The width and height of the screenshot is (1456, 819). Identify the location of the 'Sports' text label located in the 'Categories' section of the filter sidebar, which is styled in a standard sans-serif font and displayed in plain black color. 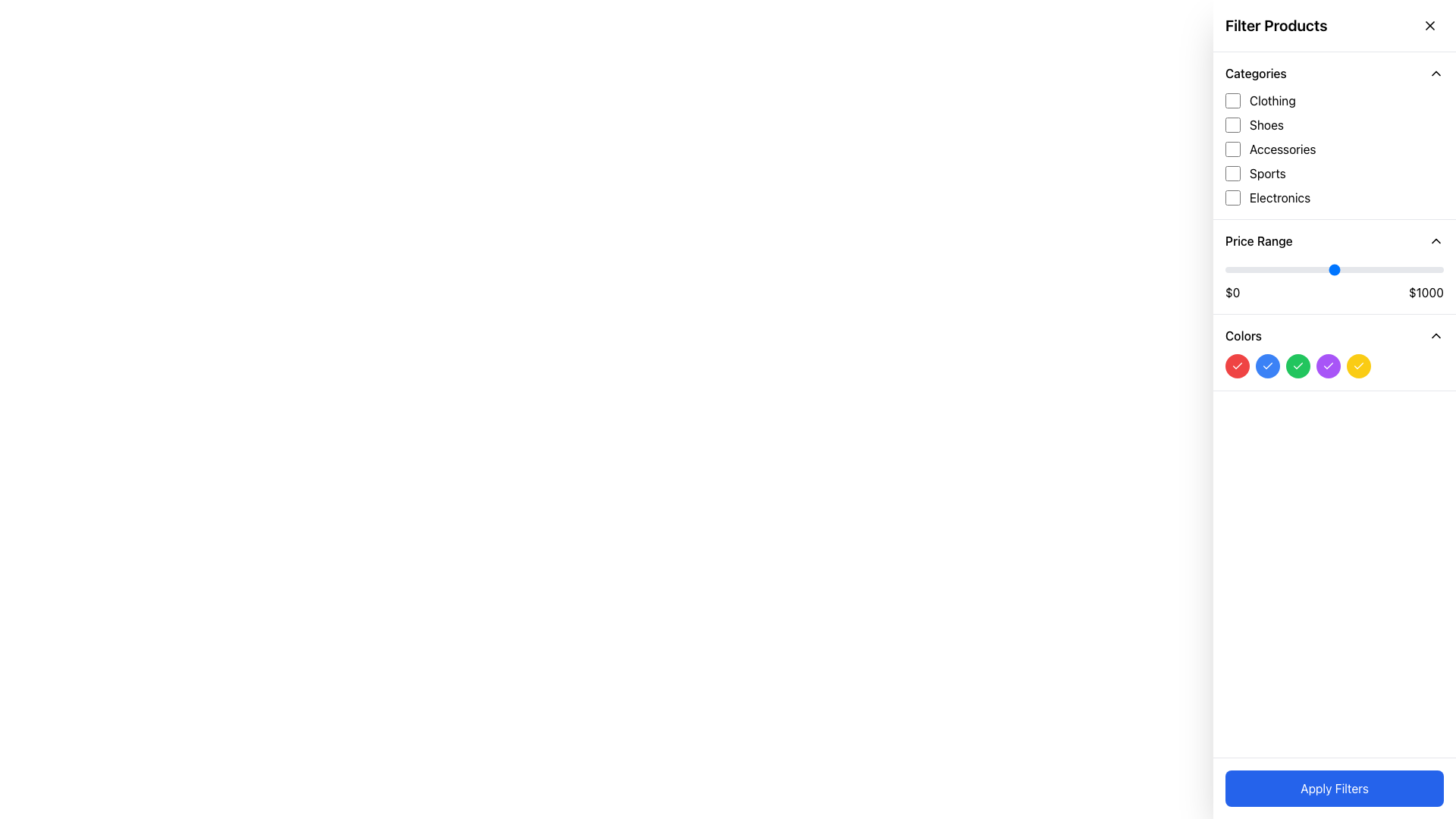
(1267, 172).